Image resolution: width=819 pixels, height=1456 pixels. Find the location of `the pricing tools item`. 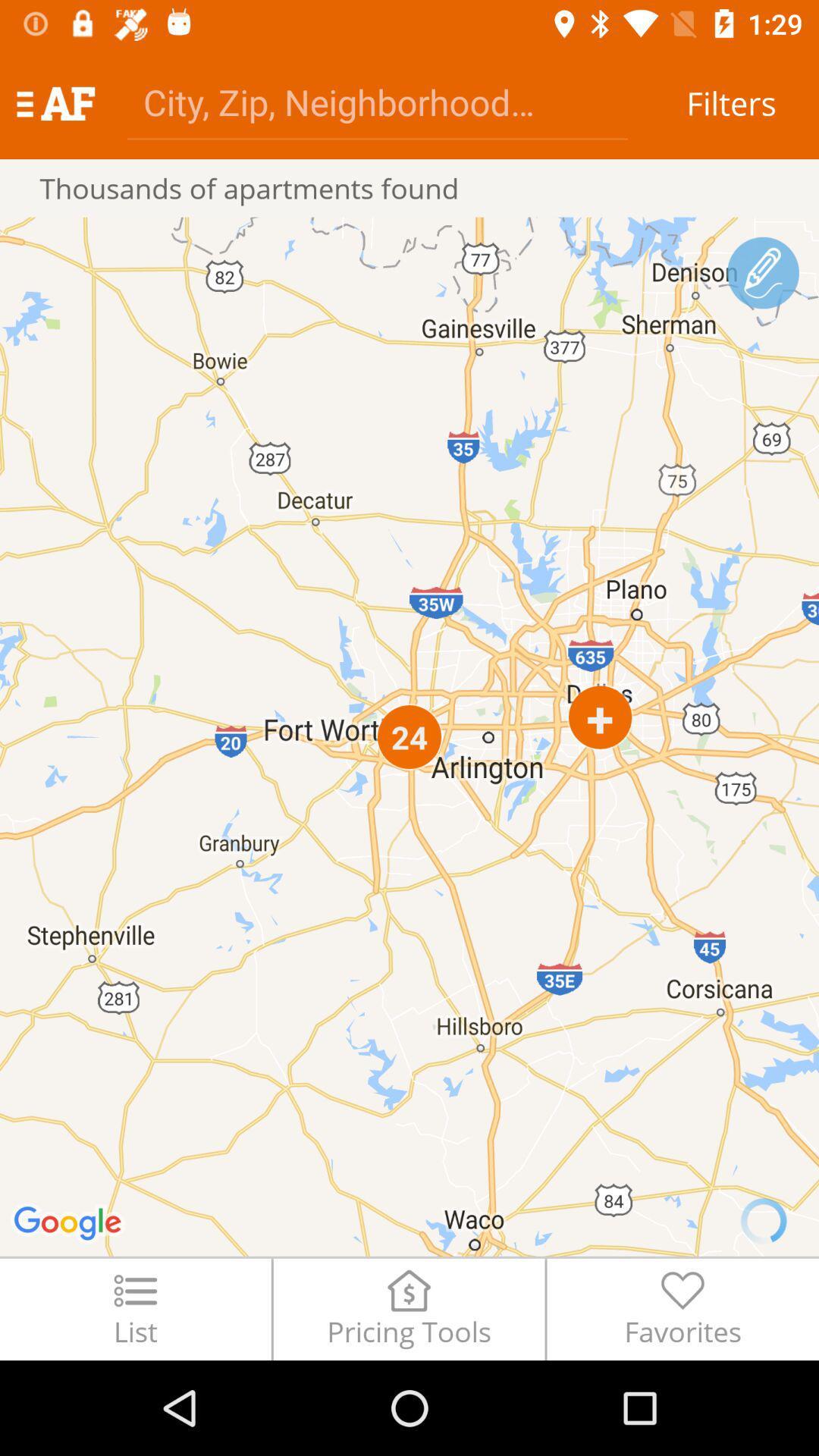

the pricing tools item is located at coordinates (408, 1308).